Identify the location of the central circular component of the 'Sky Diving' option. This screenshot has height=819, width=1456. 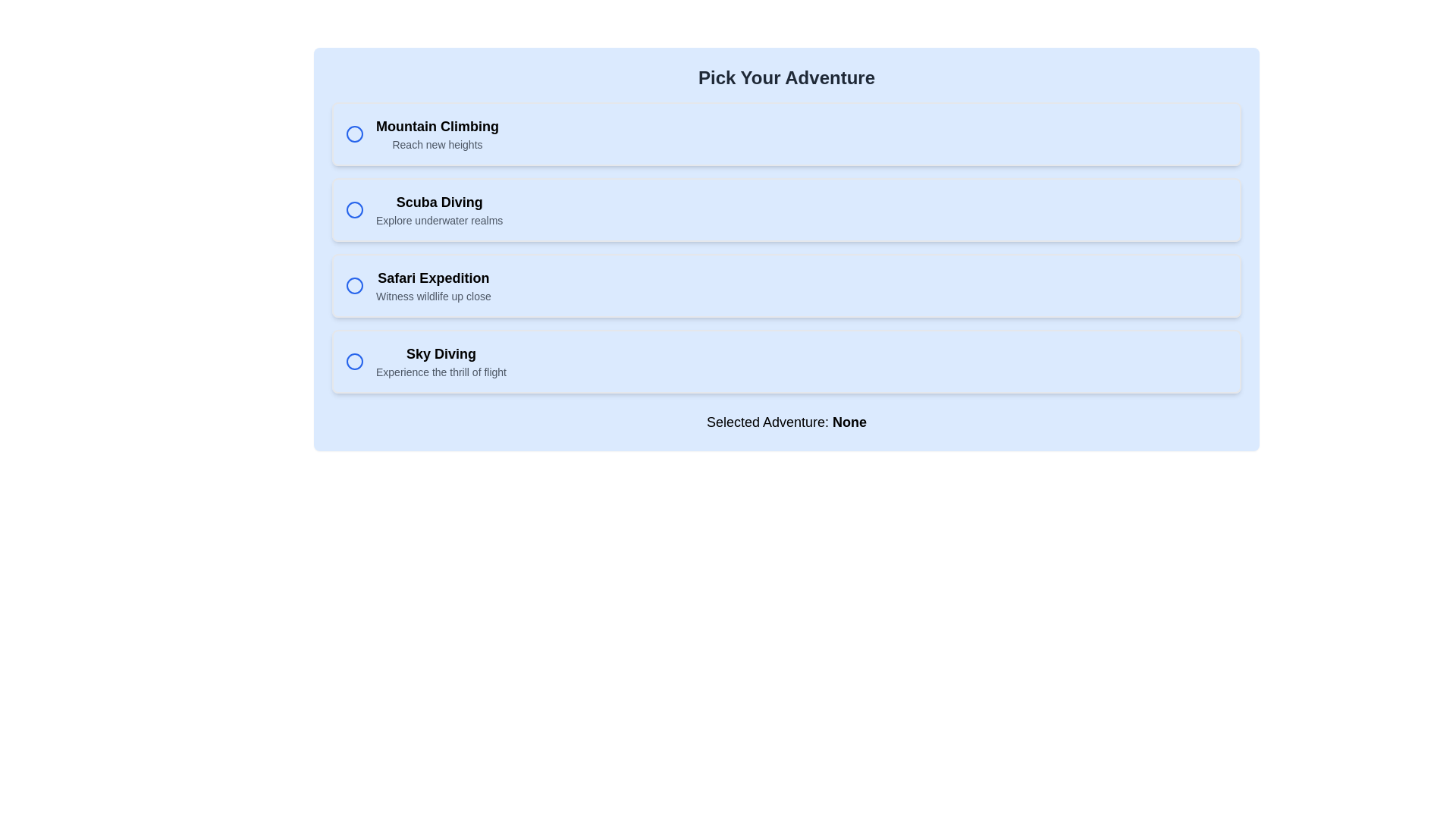
(353, 362).